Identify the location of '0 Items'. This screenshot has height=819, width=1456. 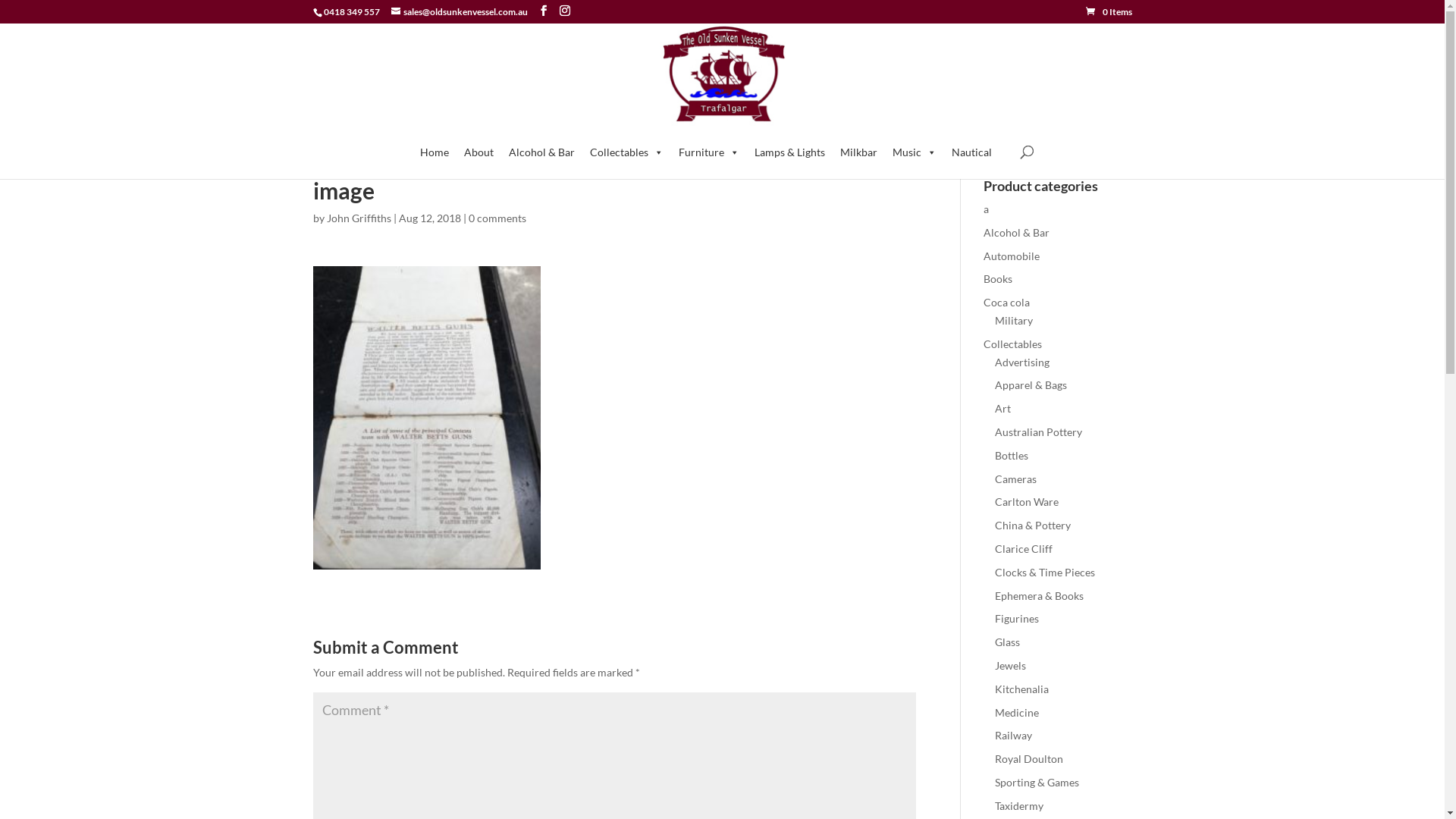
(1109, 11).